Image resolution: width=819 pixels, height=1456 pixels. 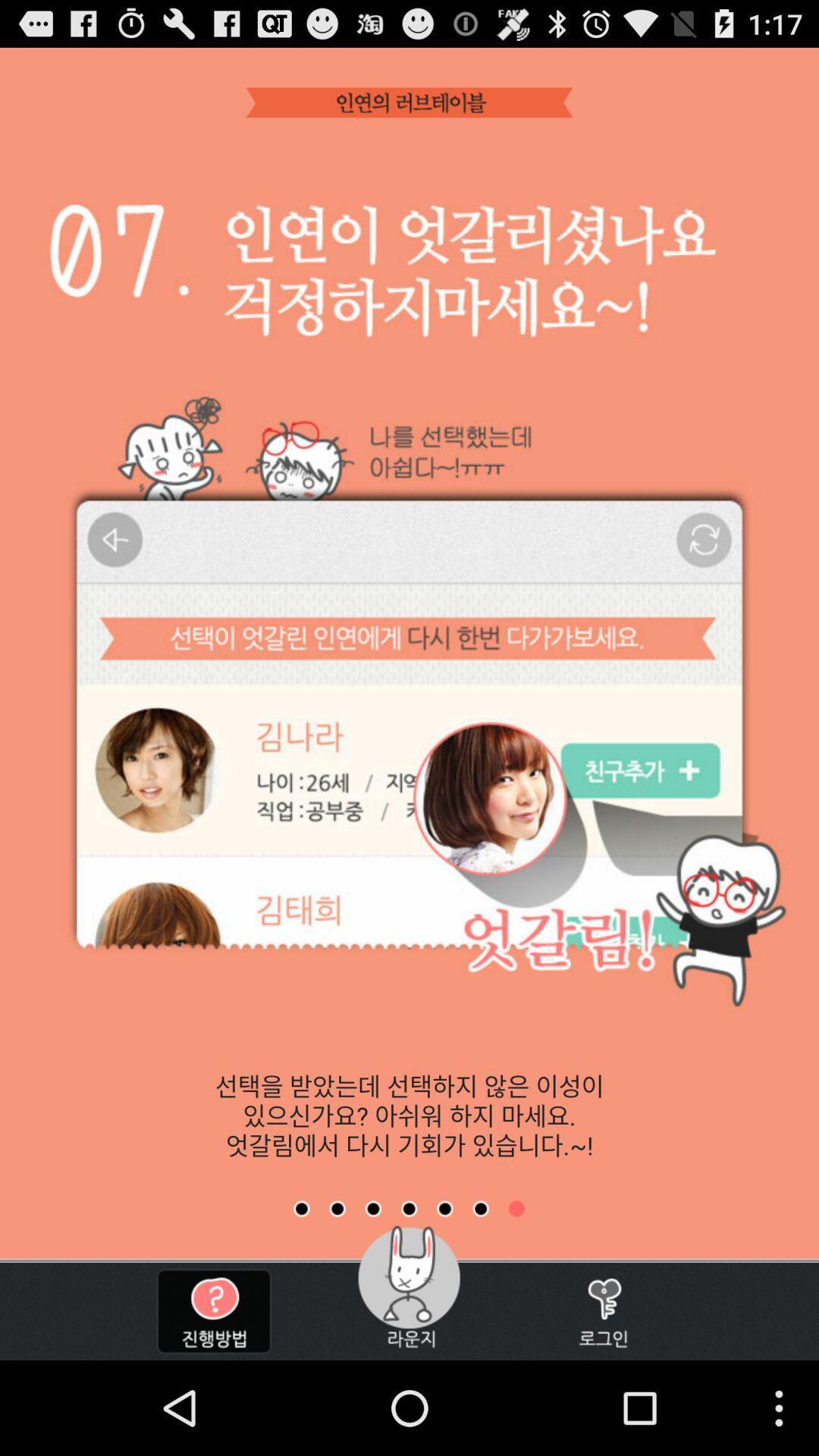 What do you see at coordinates (516, 1208) in the screenshot?
I see `scroll to last page` at bounding box center [516, 1208].